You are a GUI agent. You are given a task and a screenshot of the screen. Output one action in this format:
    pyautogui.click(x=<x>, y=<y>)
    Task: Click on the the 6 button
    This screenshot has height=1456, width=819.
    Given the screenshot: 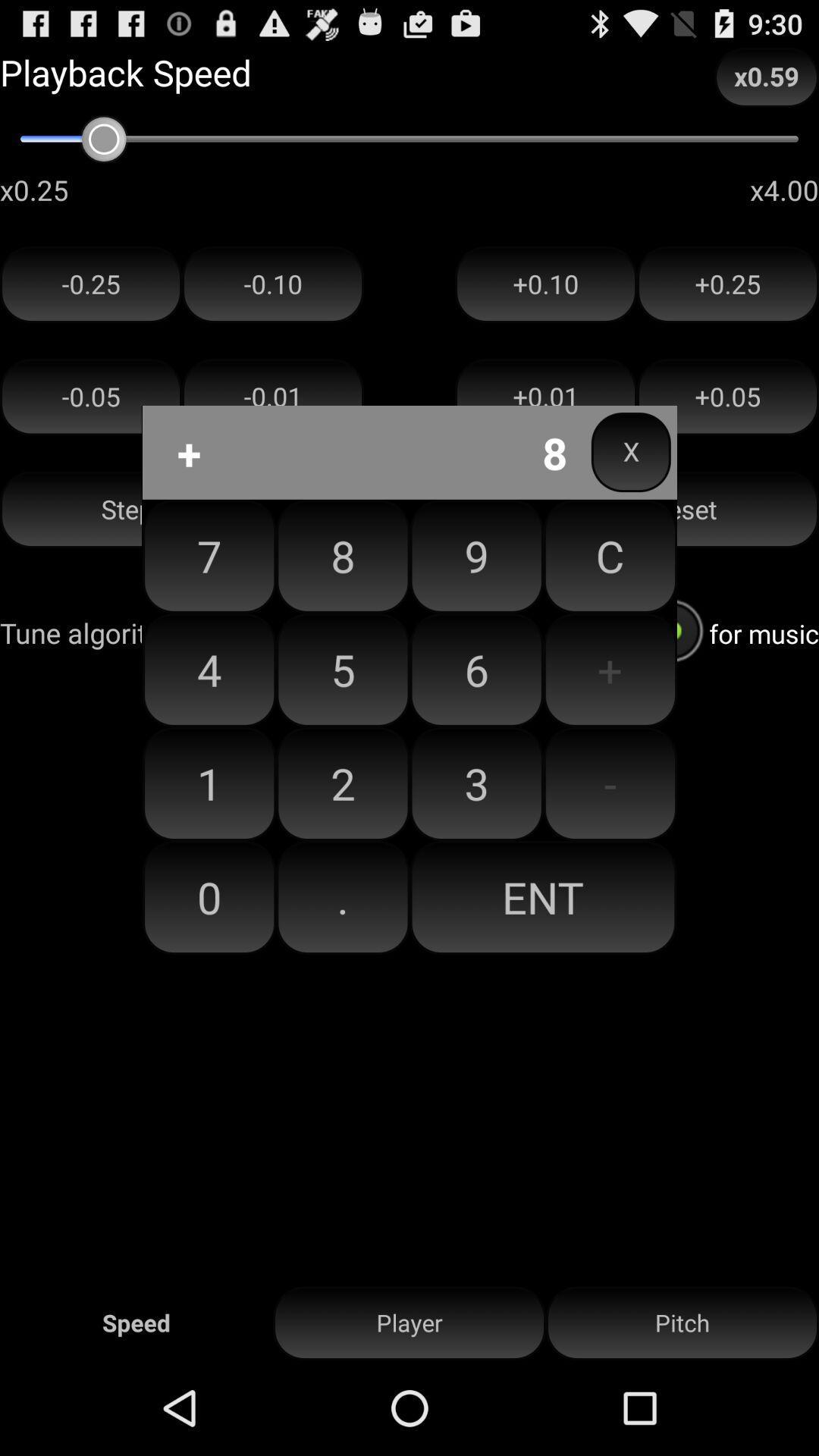 What is the action you would take?
    pyautogui.click(x=475, y=669)
    